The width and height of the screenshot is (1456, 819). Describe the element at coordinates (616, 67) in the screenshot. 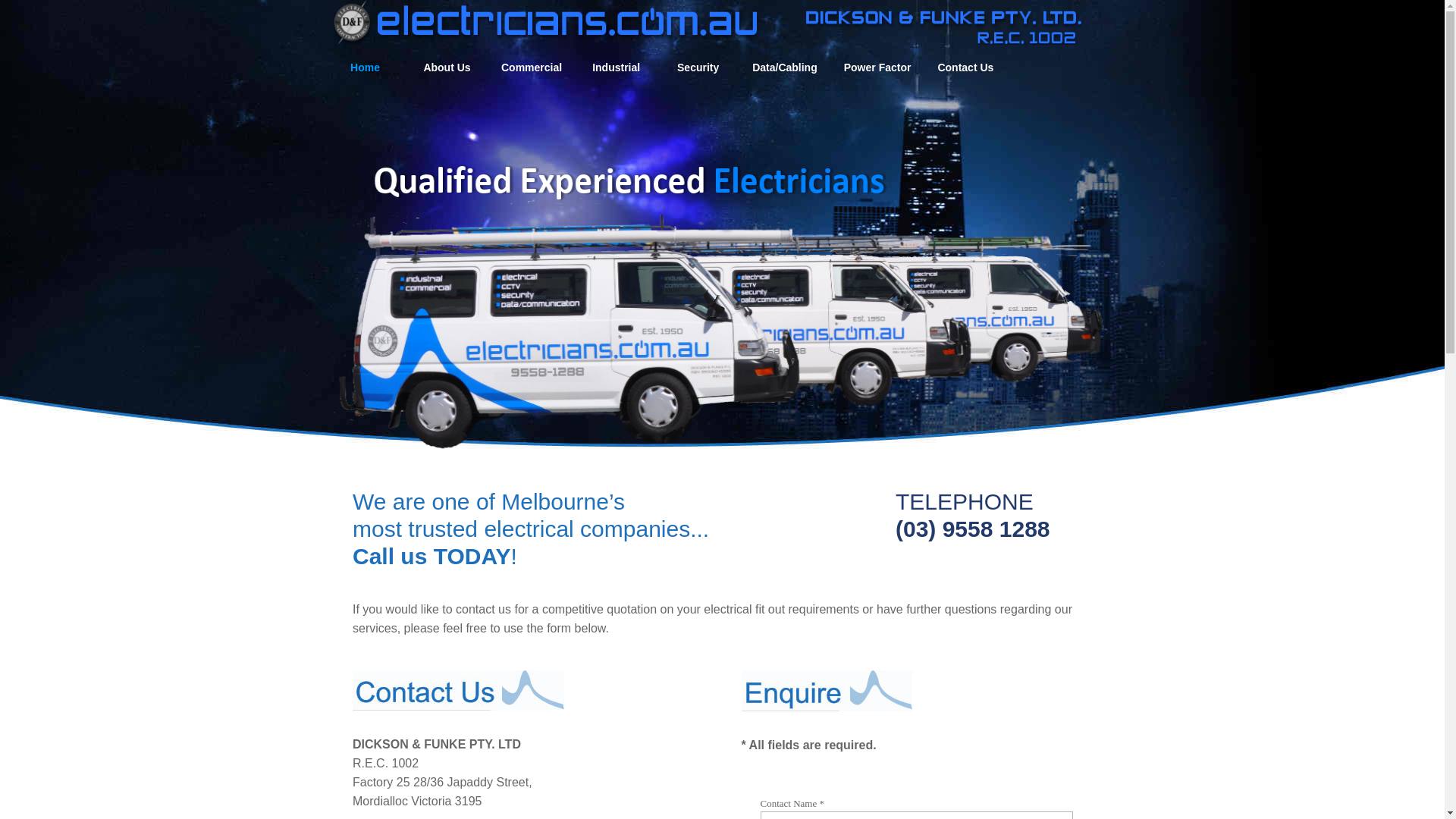

I see `'Industrial'` at that location.